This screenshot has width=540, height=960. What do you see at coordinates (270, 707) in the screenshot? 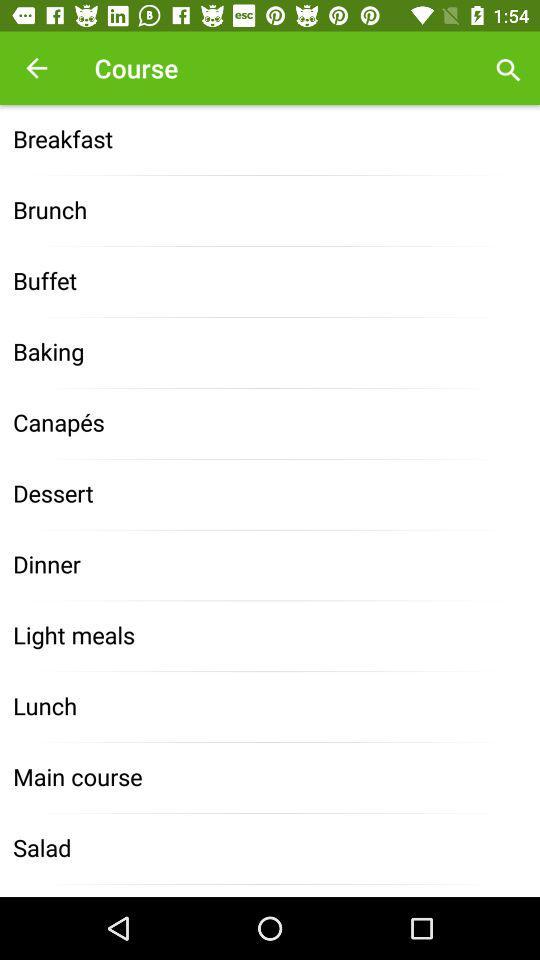
I see `lunch icon` at bounding box center [270, 707].